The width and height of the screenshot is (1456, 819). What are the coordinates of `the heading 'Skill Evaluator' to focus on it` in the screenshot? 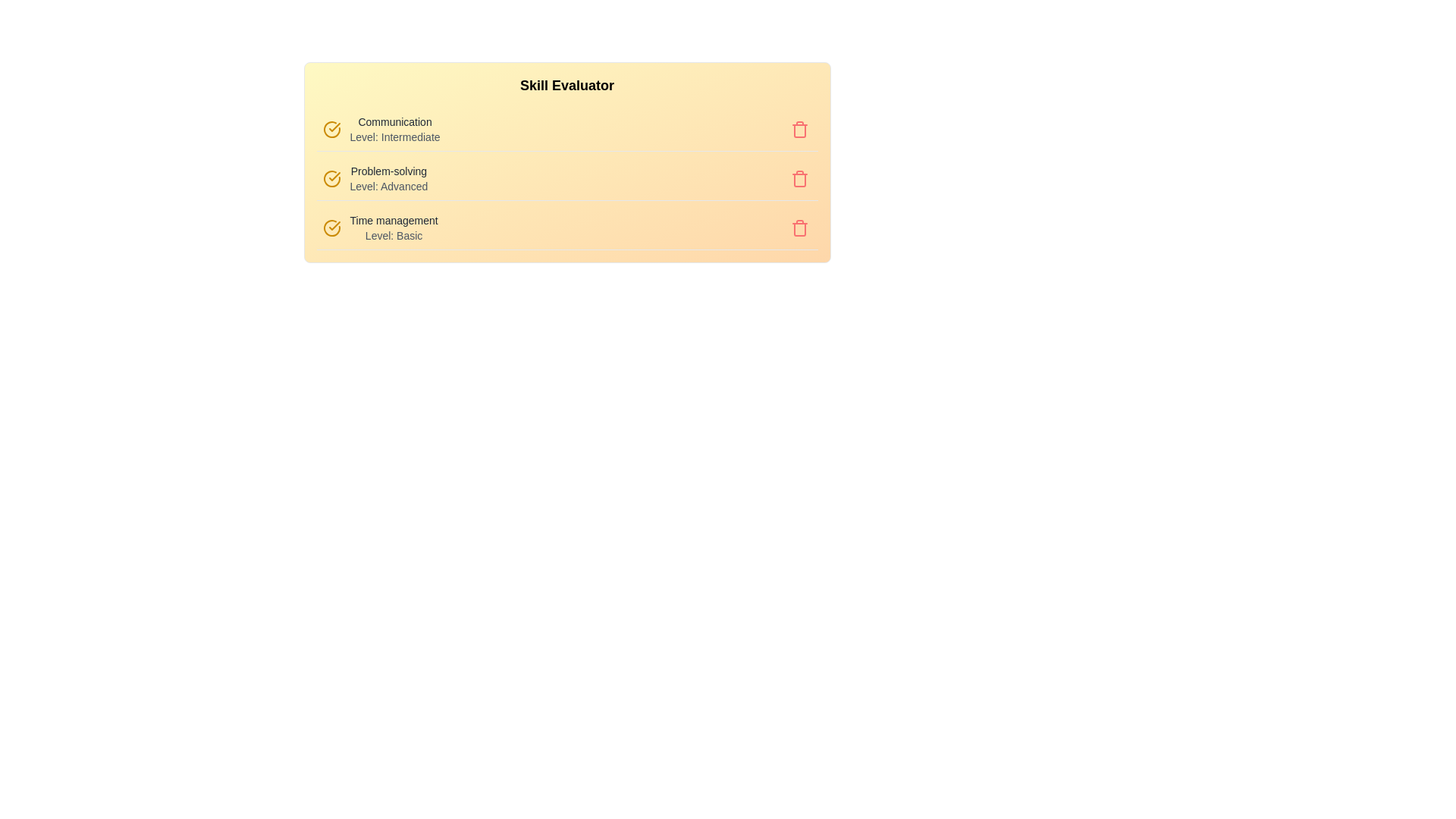 It's located at (566, 85).